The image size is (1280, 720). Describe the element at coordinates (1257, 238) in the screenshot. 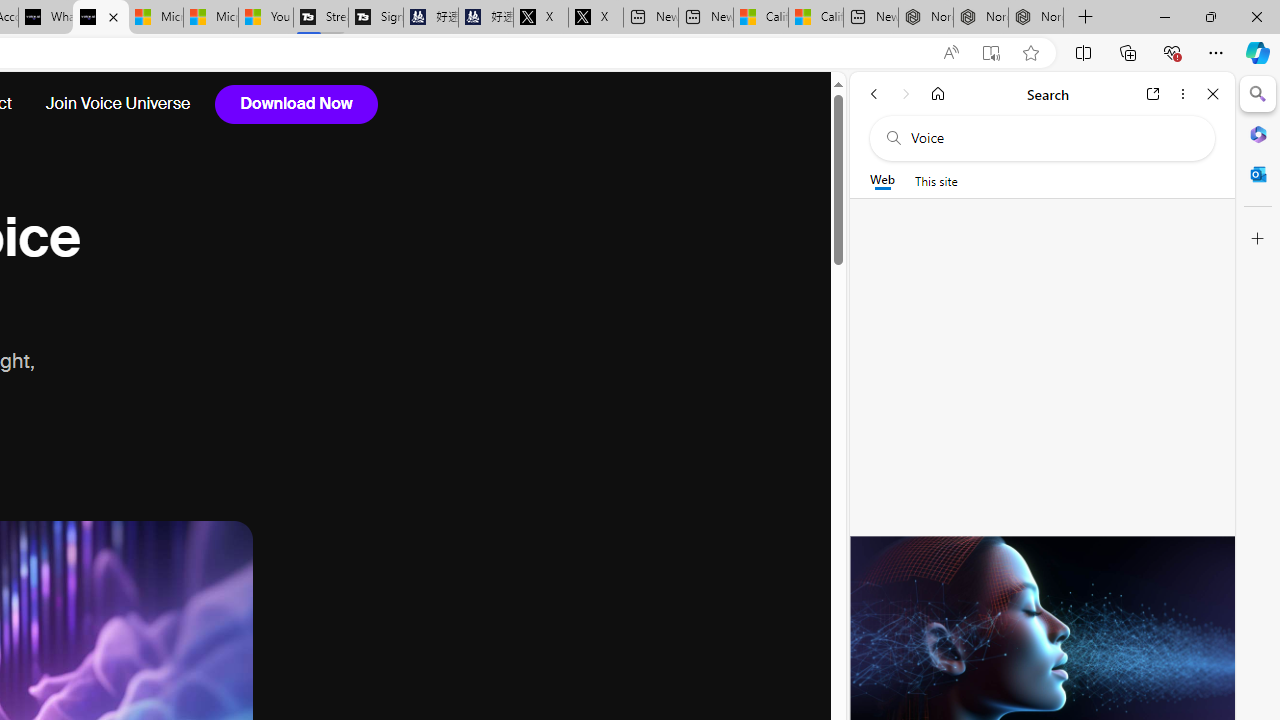

I see `'Customize'` at that location.